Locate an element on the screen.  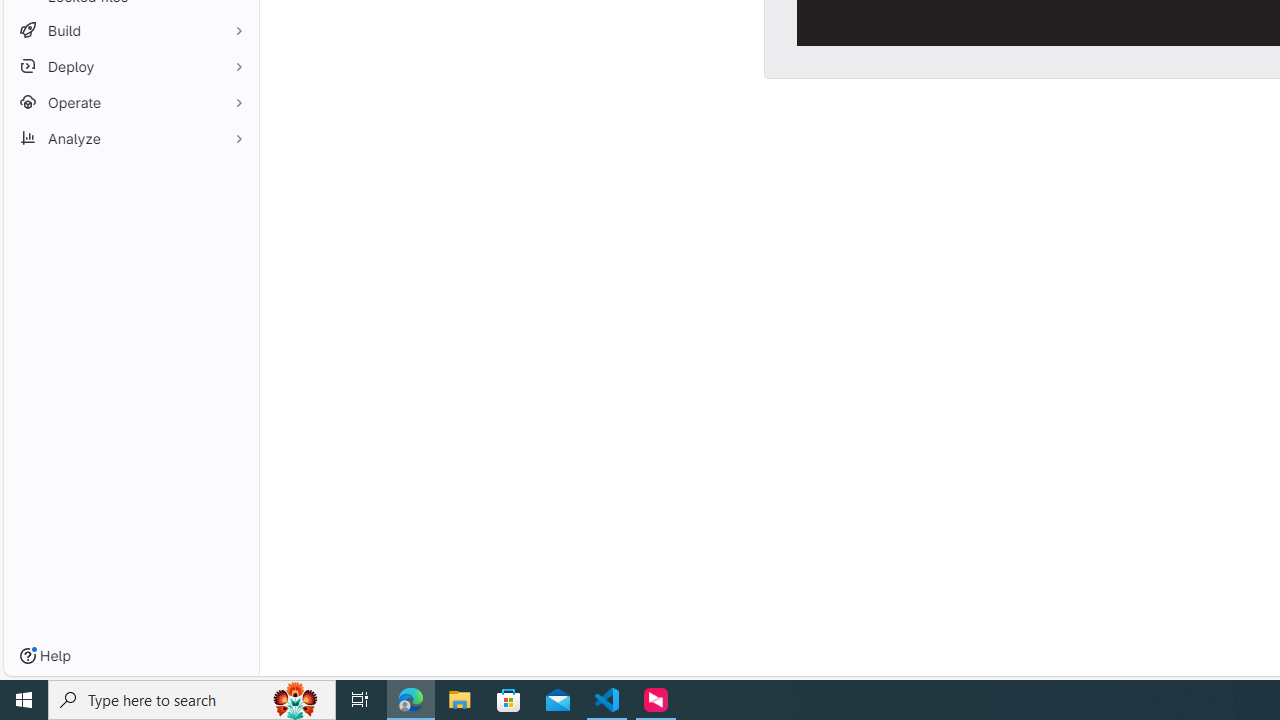
'Deploy' is located at coordinates (130, 65).